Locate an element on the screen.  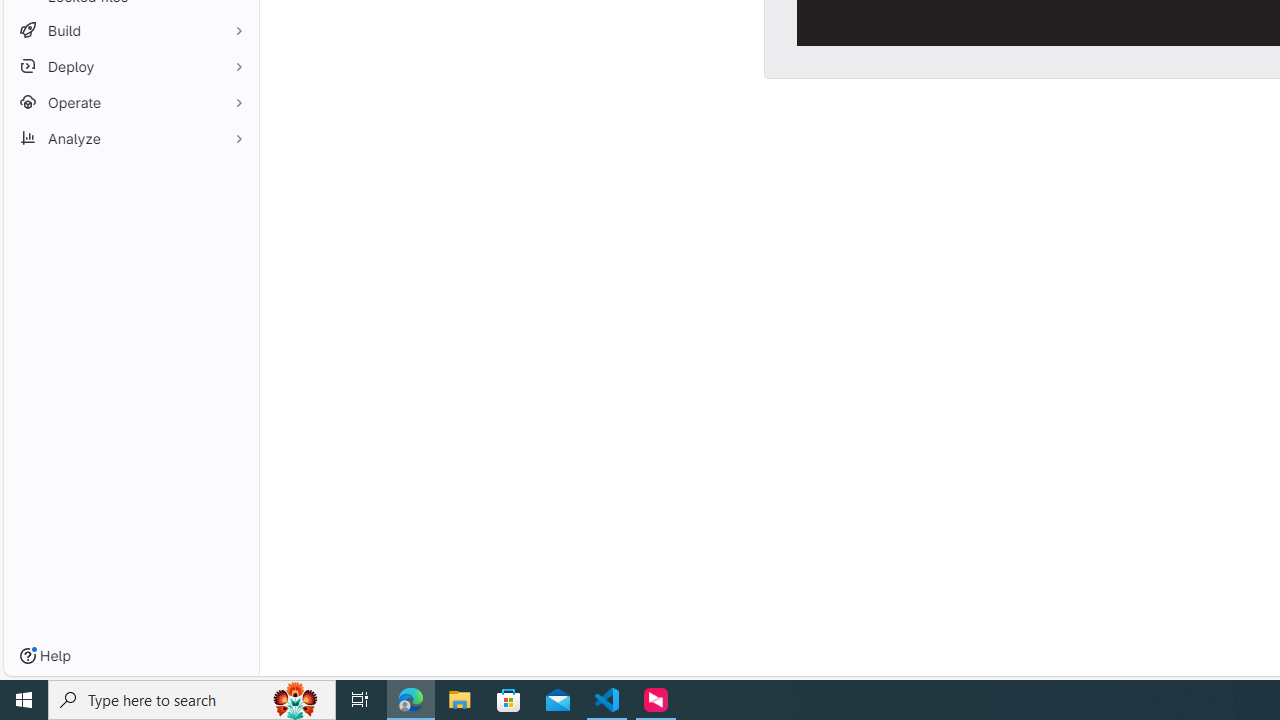
'Deploy' is located at coordinates (130, 65).